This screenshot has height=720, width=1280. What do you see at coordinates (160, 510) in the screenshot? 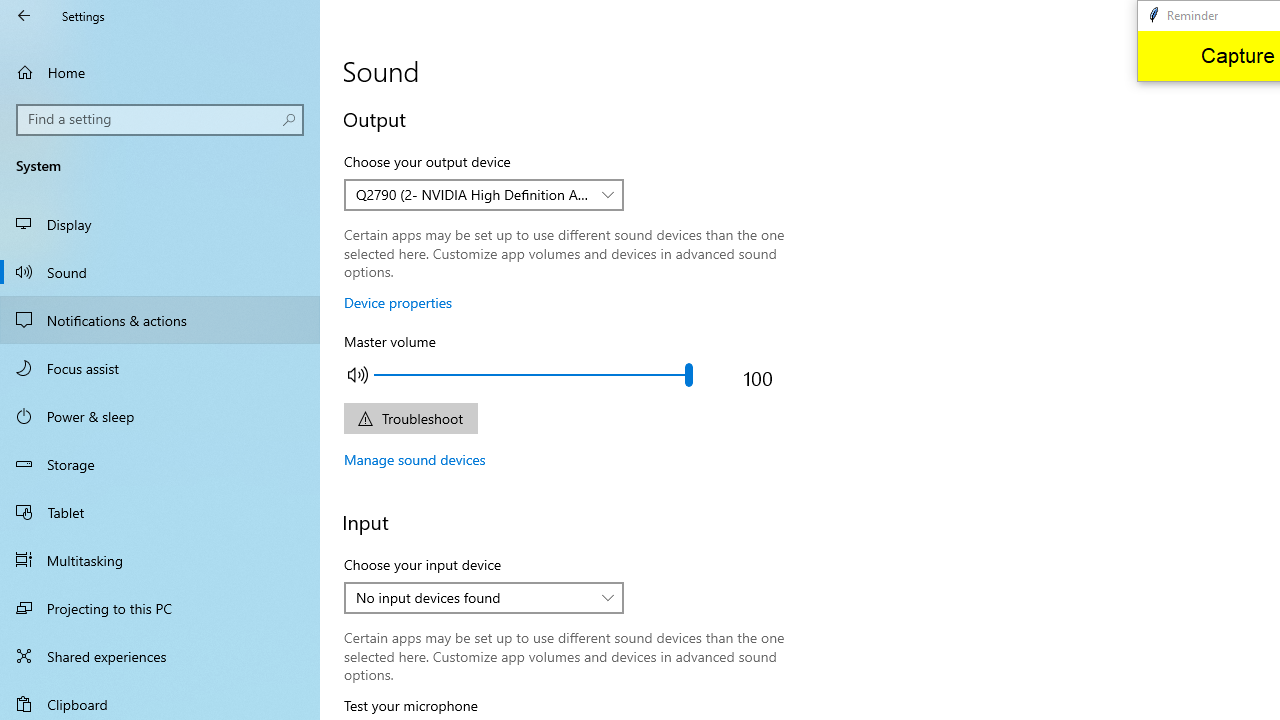
I see `'Tablet'` at bounding box center [160, 510].